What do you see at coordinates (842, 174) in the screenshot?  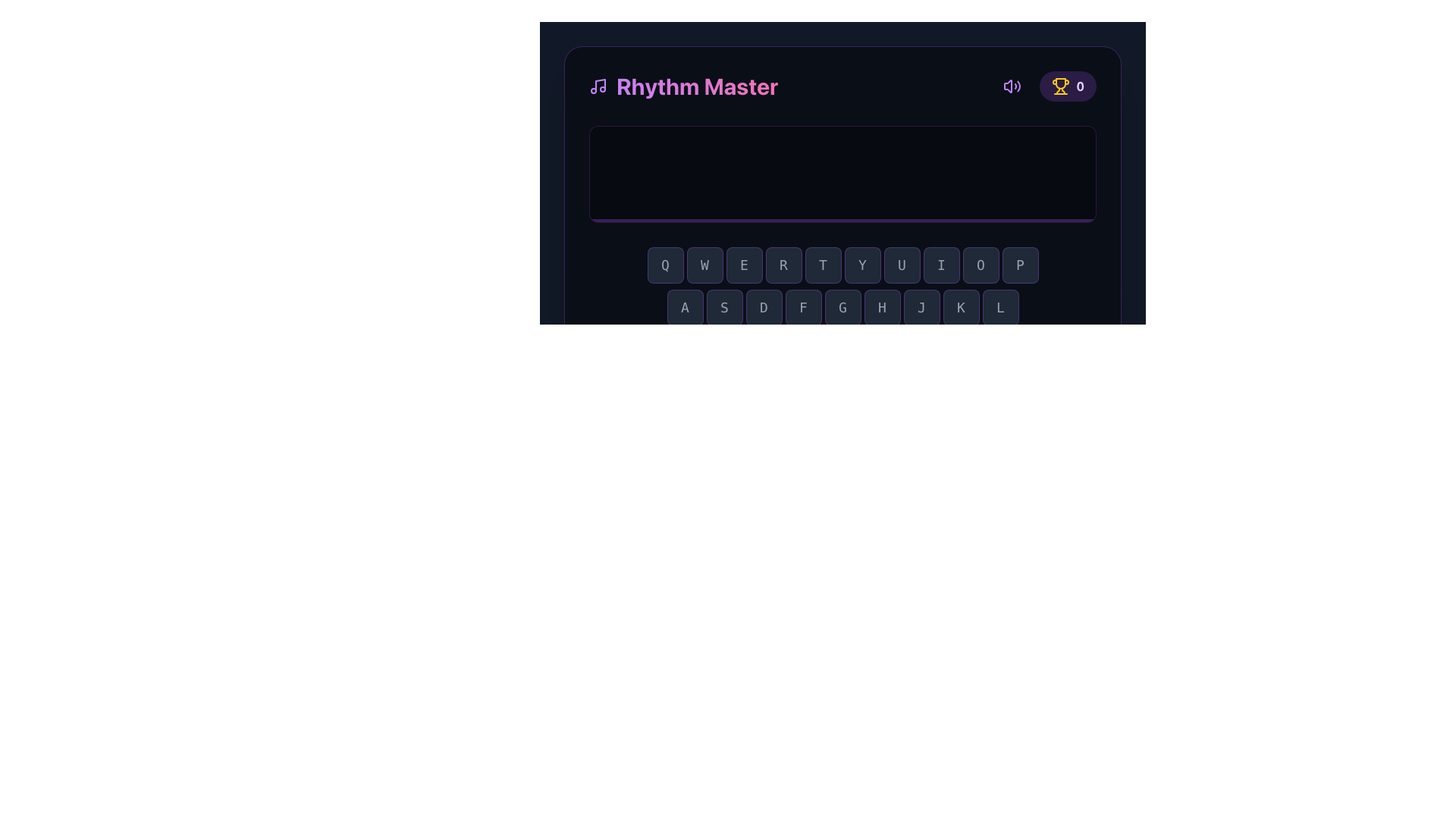 I see `the Decorative panel with a black background and purple border located within the 'Rhythm Master' module` at bounding box center [842, 174].